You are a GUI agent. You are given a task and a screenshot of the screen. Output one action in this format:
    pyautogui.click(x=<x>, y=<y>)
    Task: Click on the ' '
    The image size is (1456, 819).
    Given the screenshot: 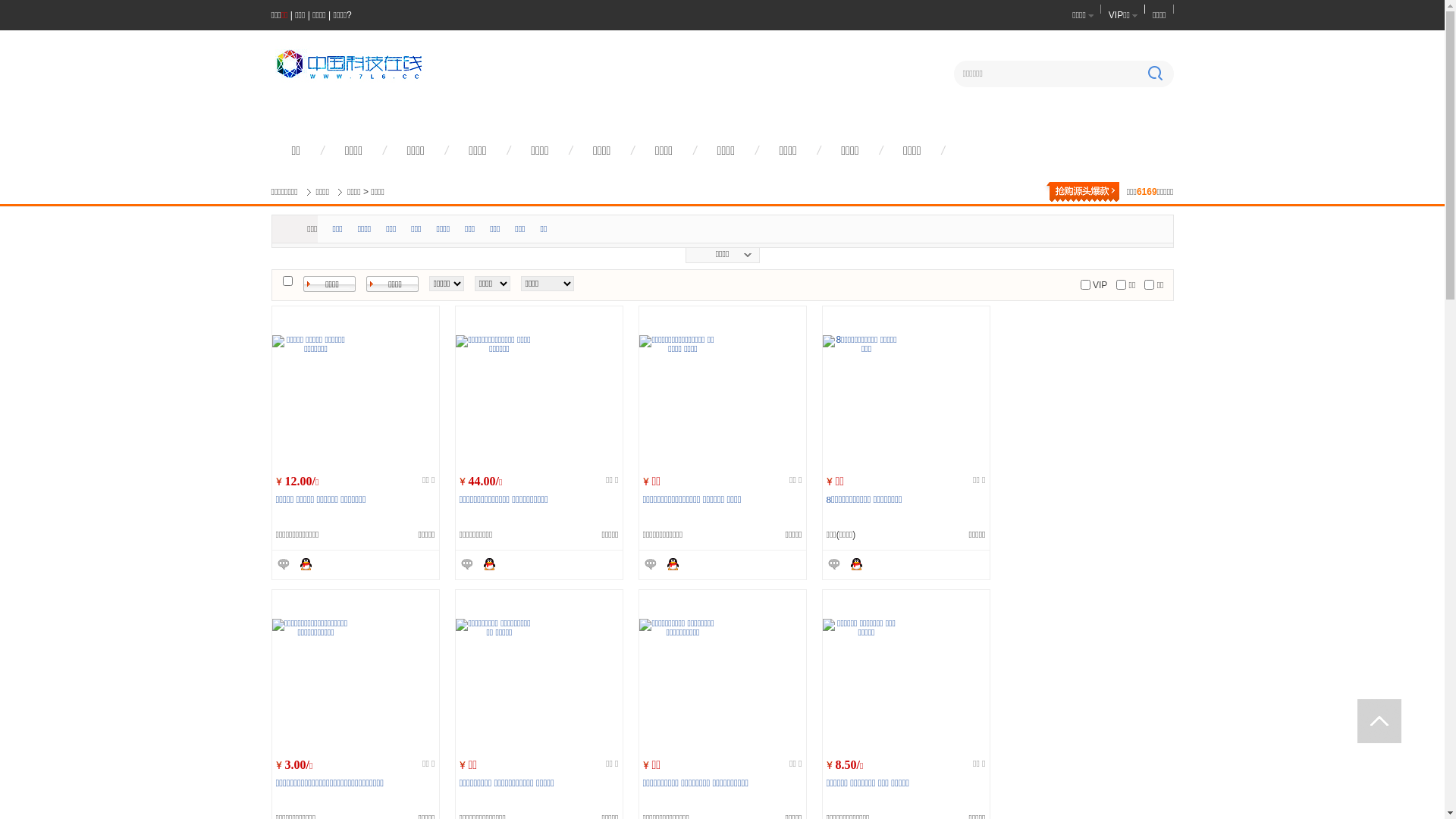 What is the action you would take?
    pyautogui.click(x=1379, y=720)
    